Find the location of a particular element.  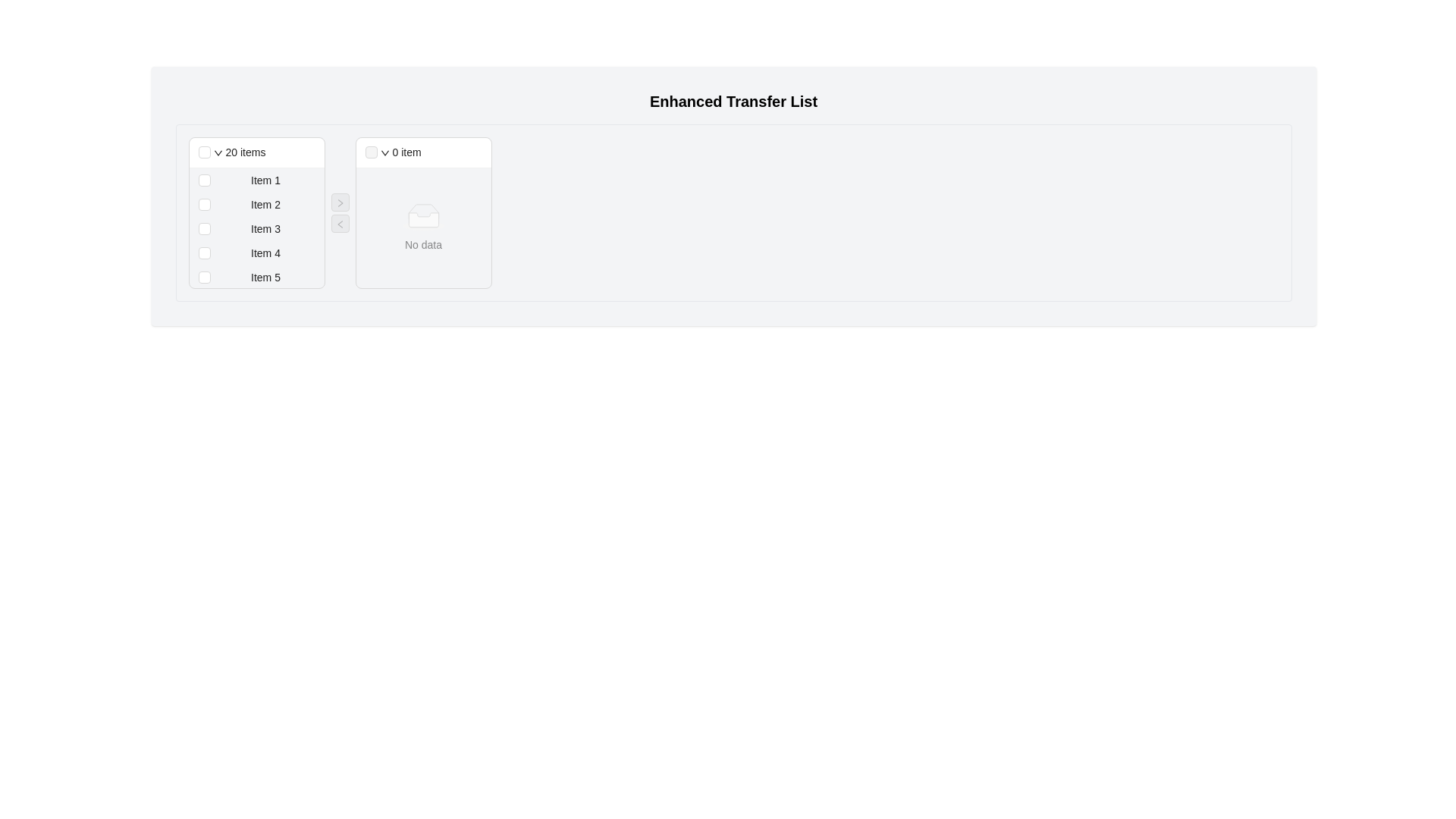

the Dropdown trigger icon located in the right-side list header of the transfer list, positioned to the right of a disabled checkbox and aligned with the text '0 item' is located at coordinates (384, 153).